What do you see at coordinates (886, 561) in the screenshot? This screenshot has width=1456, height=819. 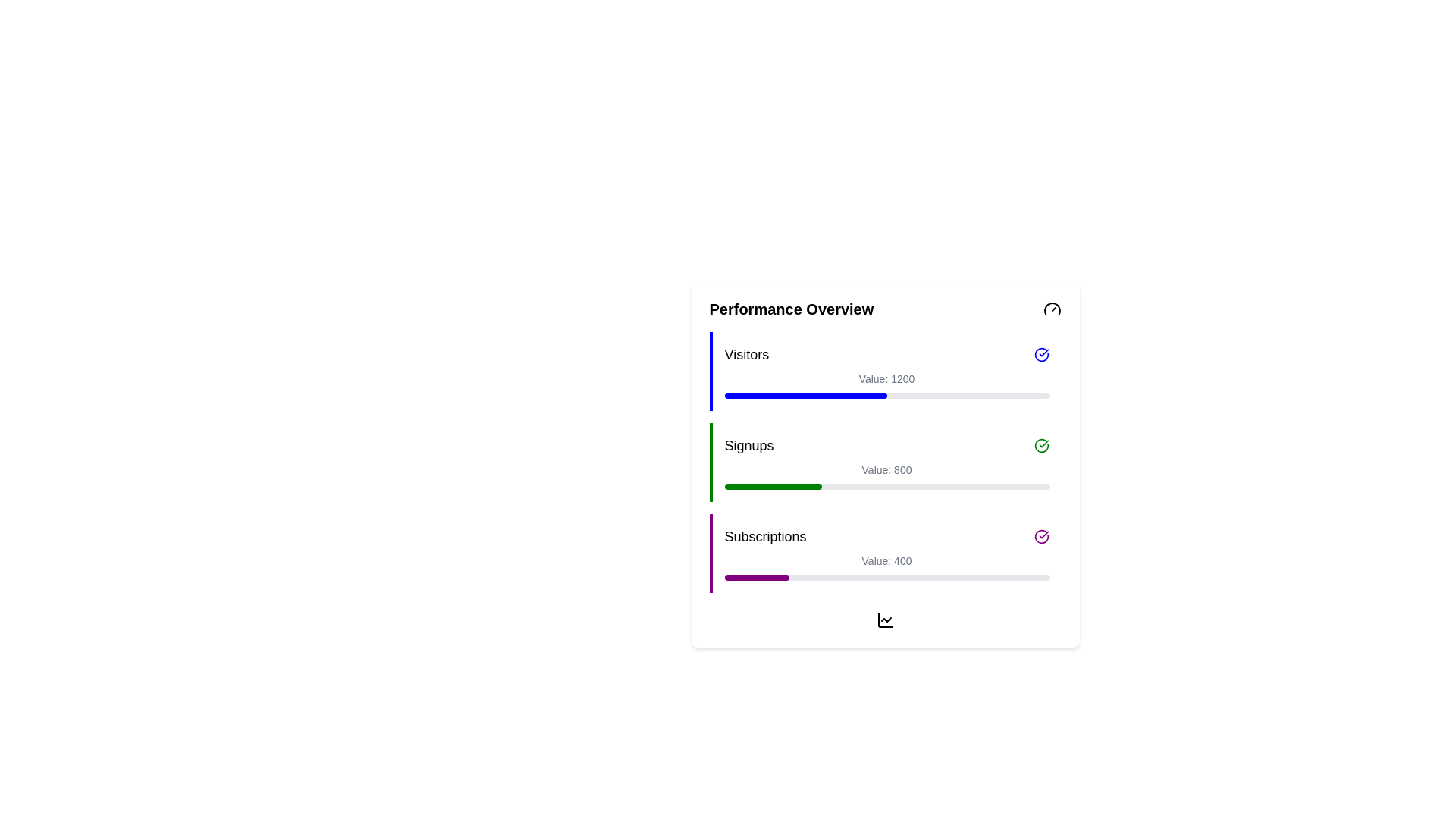 I see `the text display showing 'Value: 400' within the 'Subscriptions' section, located above the progress bar` at bounding box center [886, 561].